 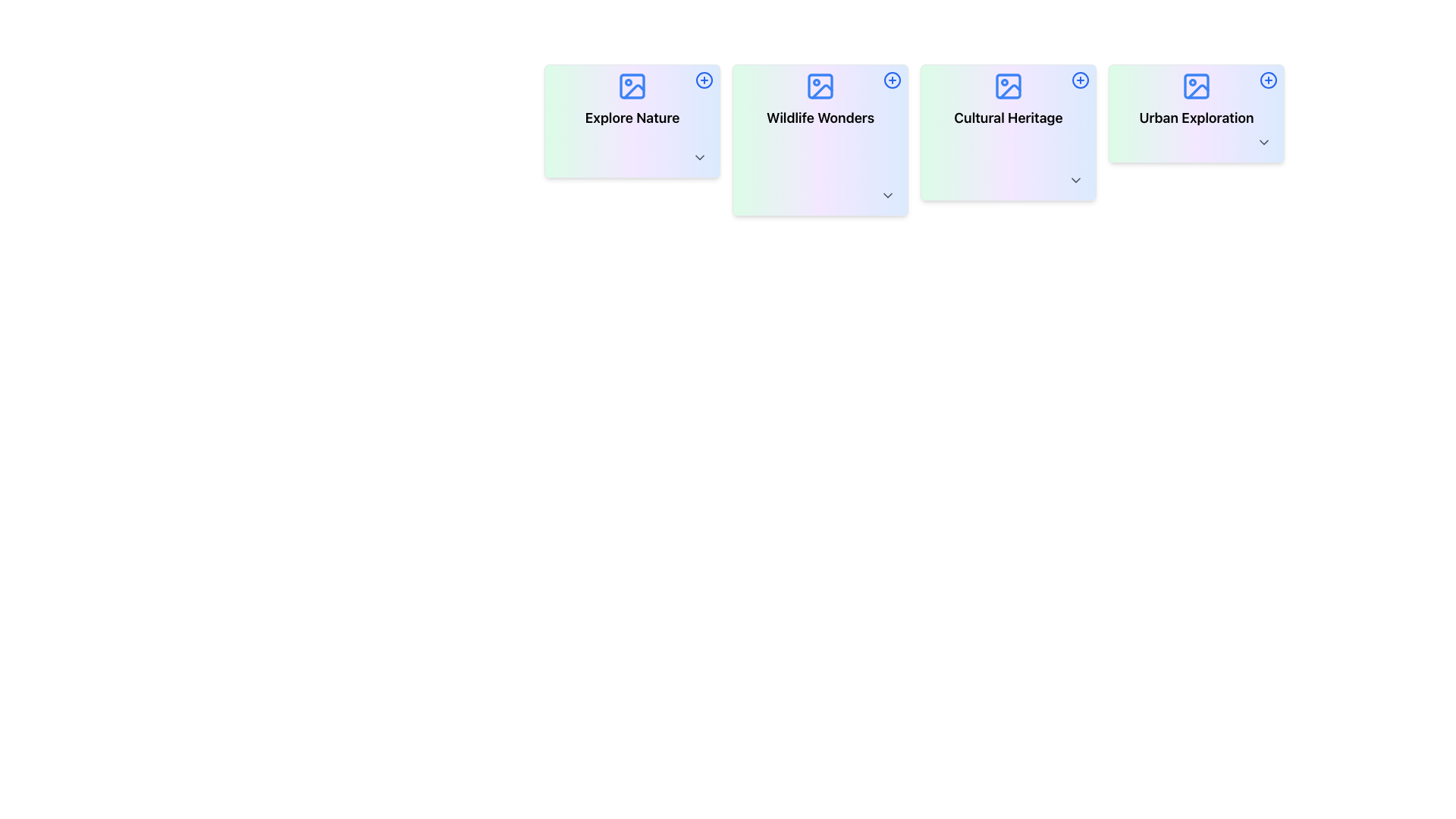 What do you see at coordinates (1263, 143) in the screenshot?
I see `the downward-pointing chevron icon located at the bottom-right corner of the 'Urban Exploration' card` at bounding box center [1263, 143].